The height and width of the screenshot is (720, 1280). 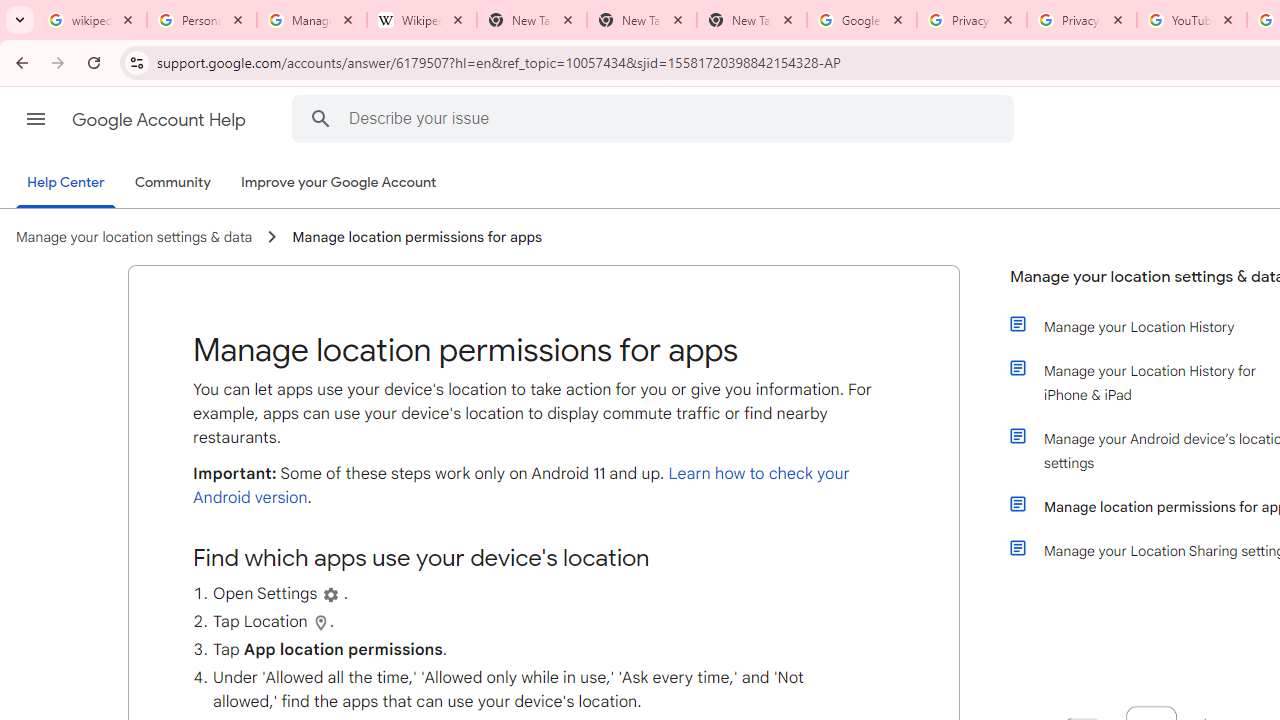 What do you see at coordinates (521, 486) in the screenshot?
I see `'Learn how to check your Android version'` at bounding box center [521, 486].